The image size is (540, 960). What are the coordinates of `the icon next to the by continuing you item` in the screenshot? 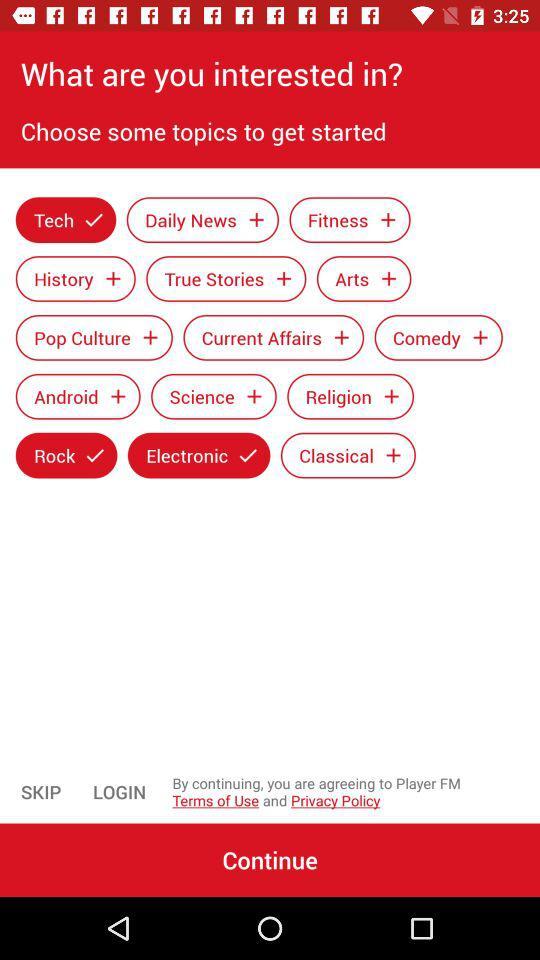 It's located at (119, 792).